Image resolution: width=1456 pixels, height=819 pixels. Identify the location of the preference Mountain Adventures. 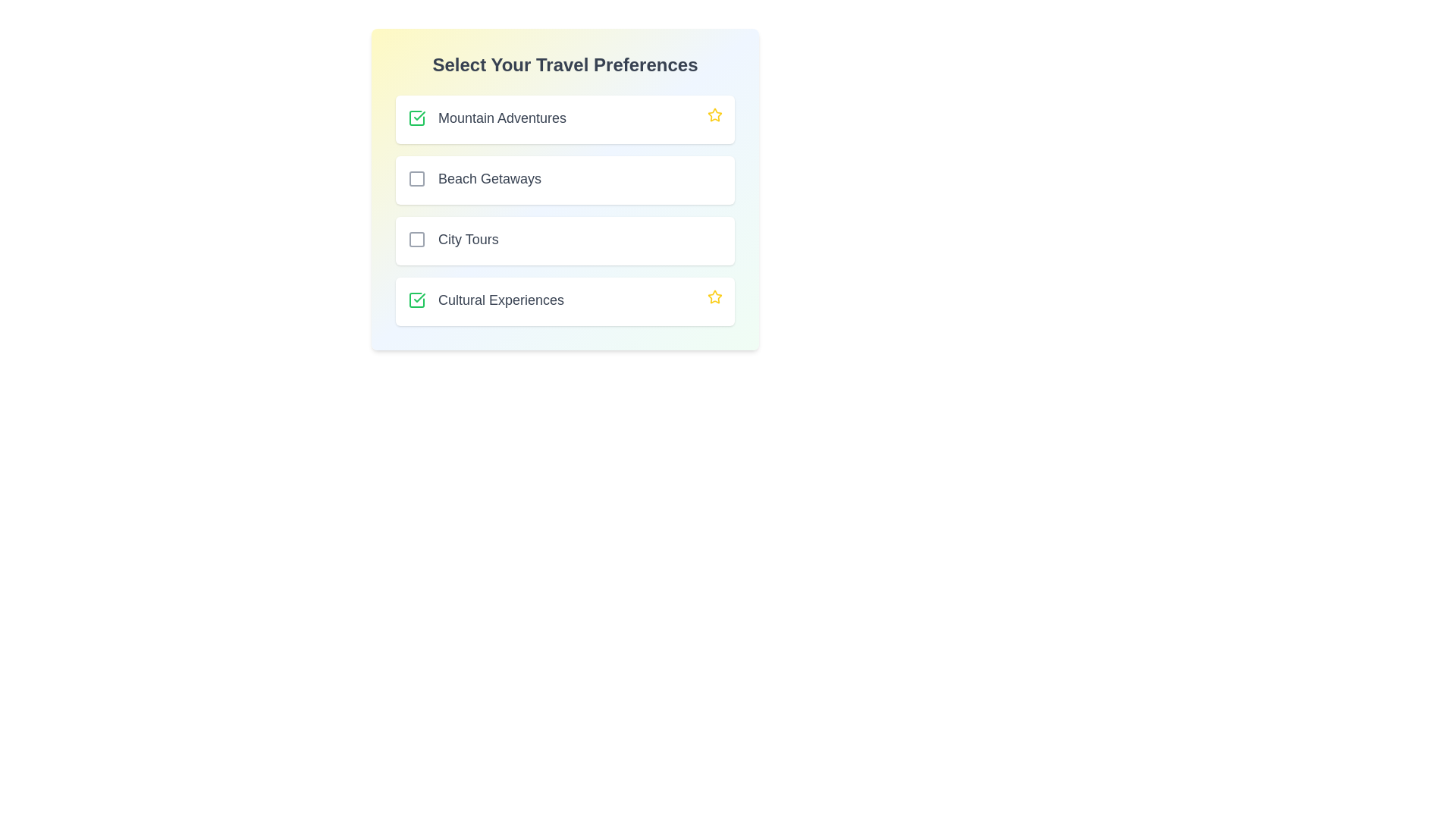
(417, 117).